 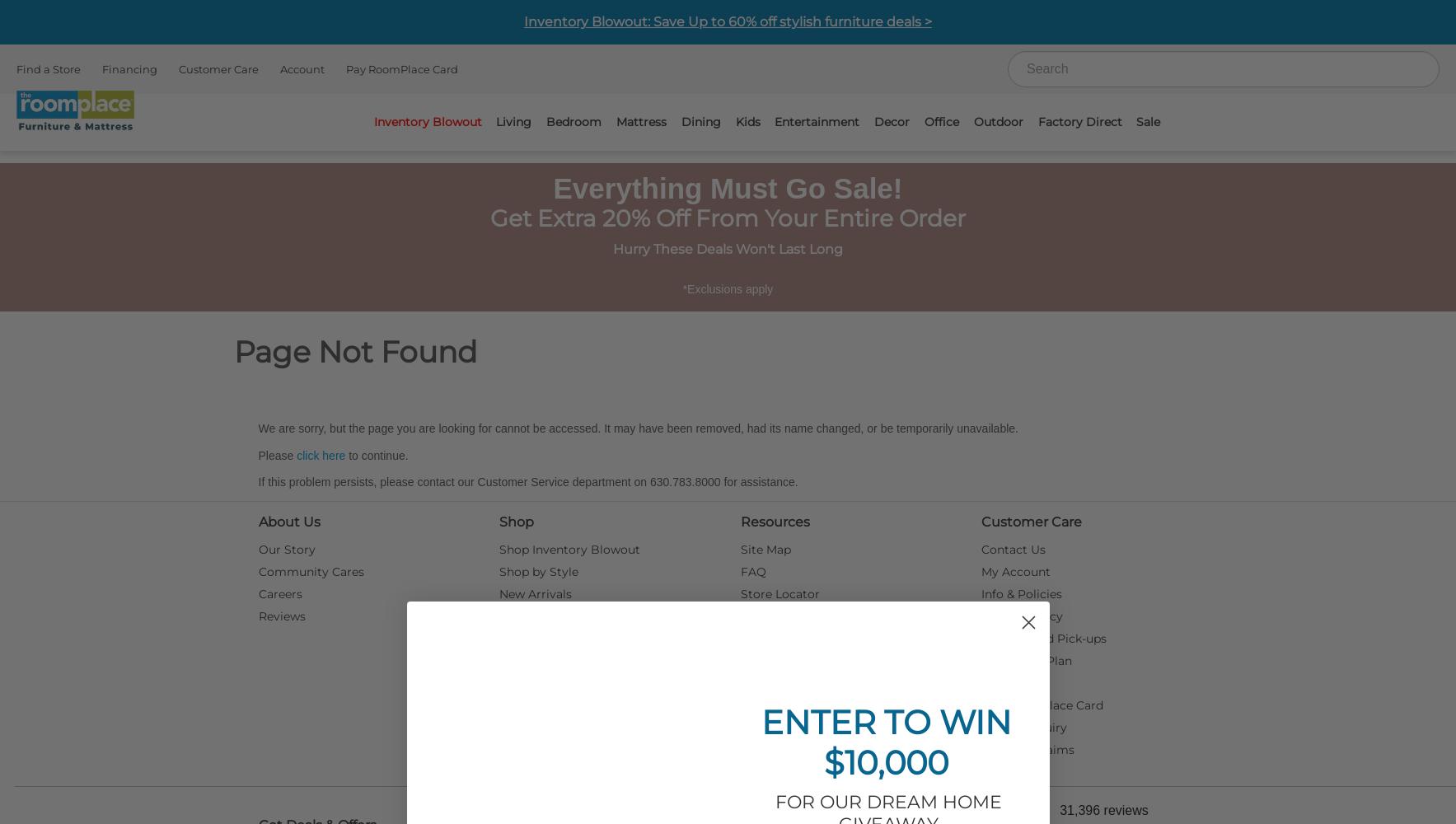 What do you see at coordinates (753, 661) in the screenshot?
I see `'Blog'` at bounding box center [753, 661].